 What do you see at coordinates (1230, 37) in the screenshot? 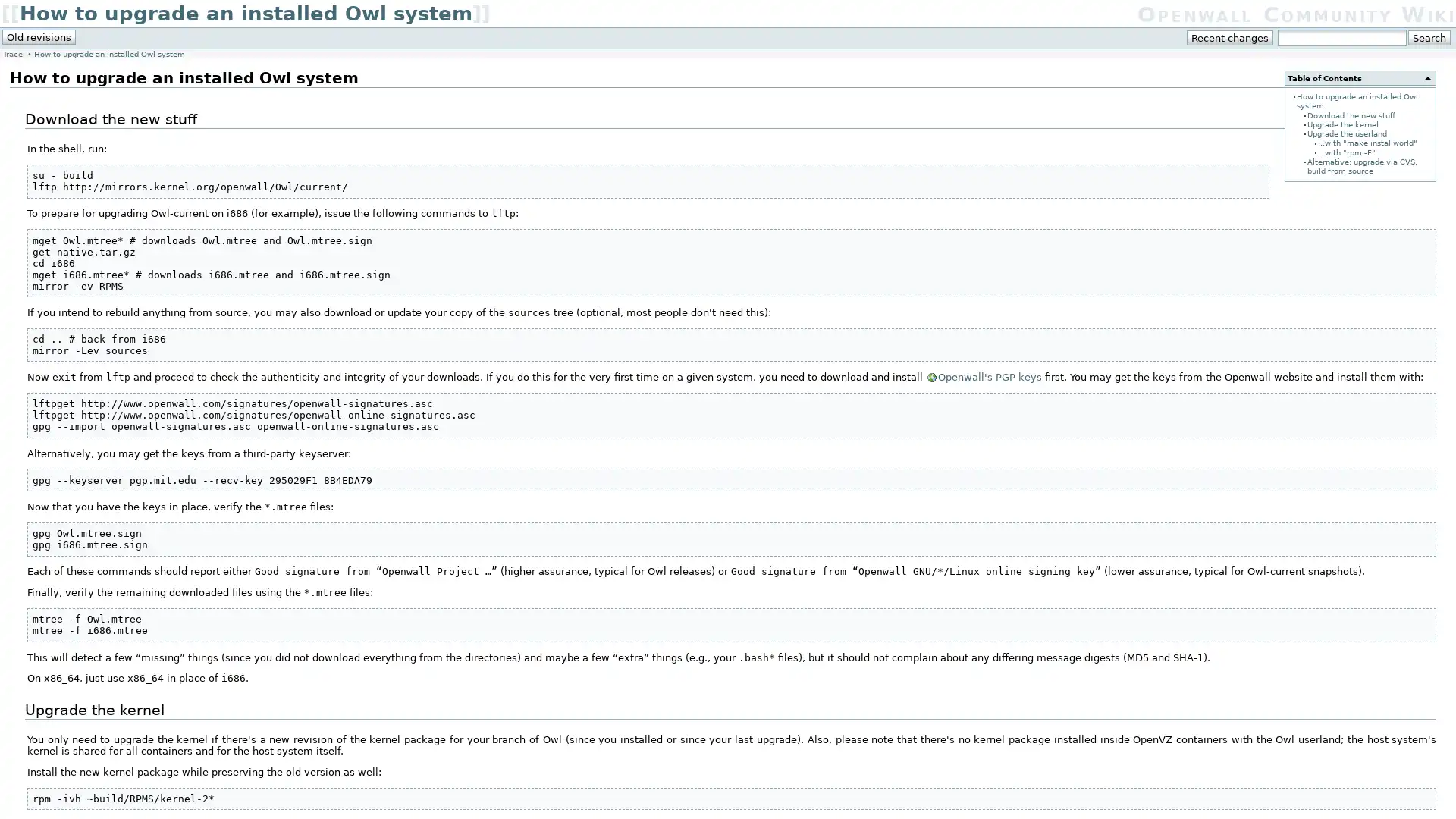
I see `Recent changes` at bounding box center [1230, 37].